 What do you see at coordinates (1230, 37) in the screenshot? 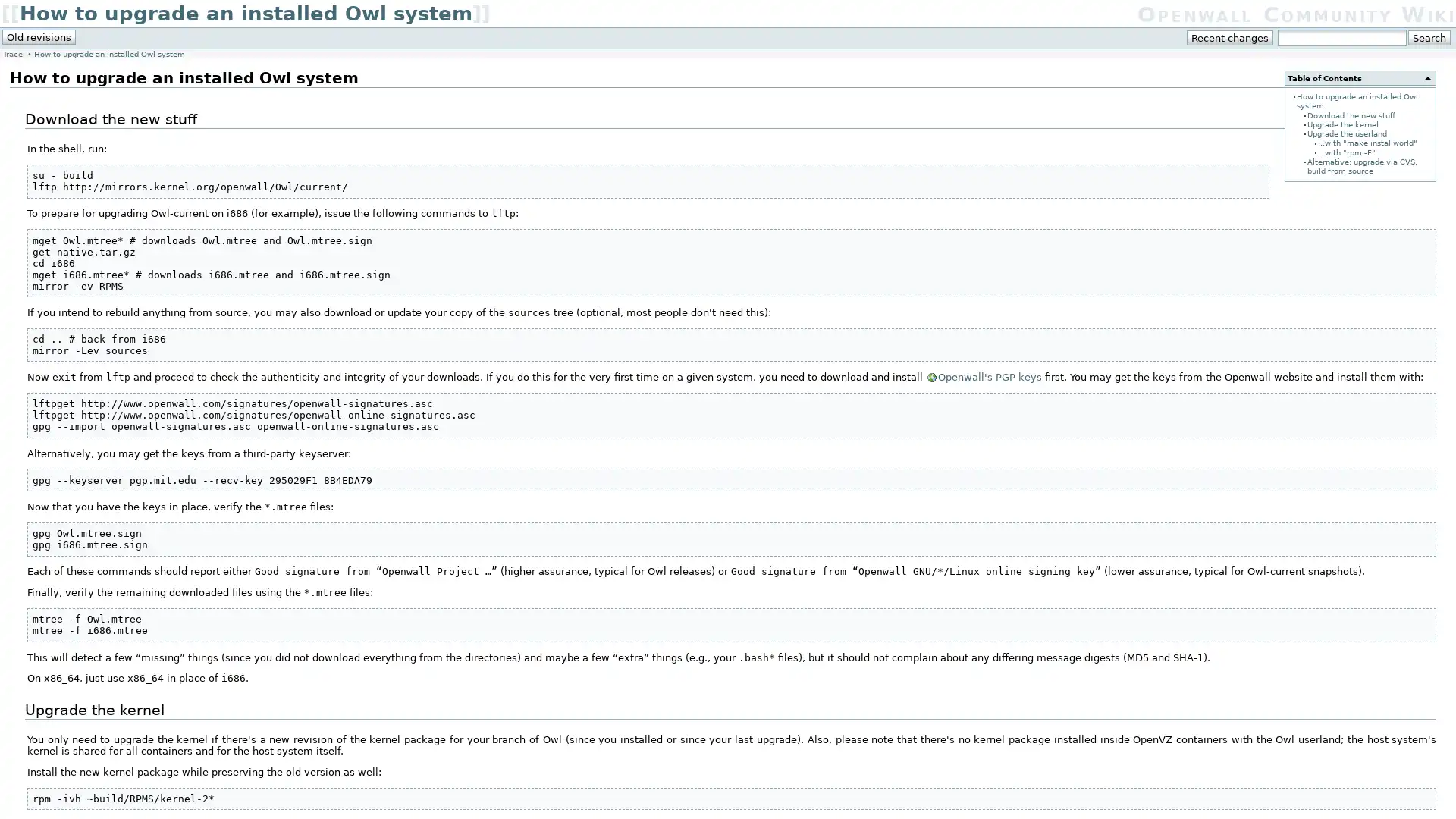
I see `Recent changes` at bounding box center [1230, 37].